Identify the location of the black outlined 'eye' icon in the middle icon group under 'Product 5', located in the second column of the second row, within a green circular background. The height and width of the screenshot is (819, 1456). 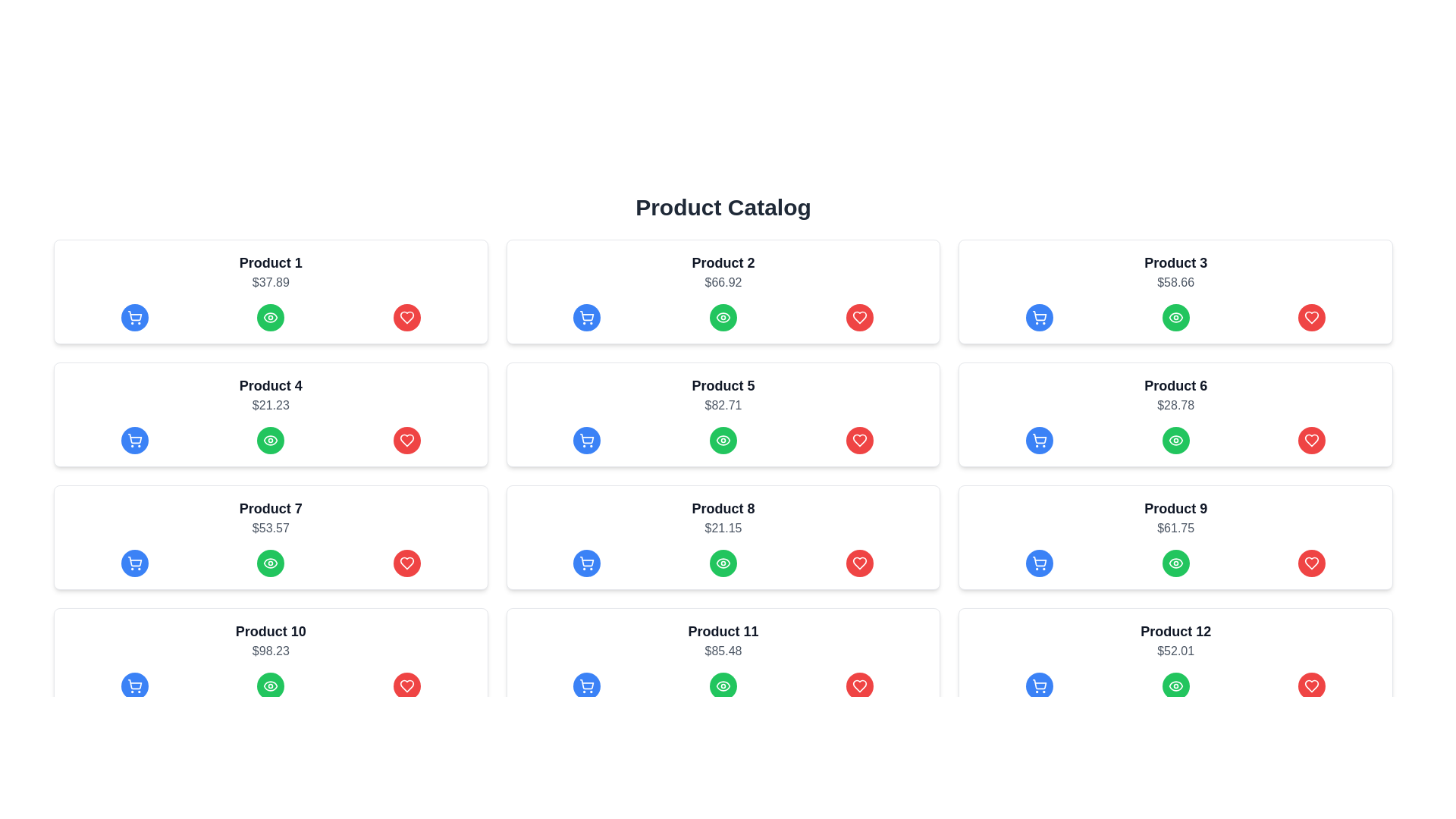
(723, 317).